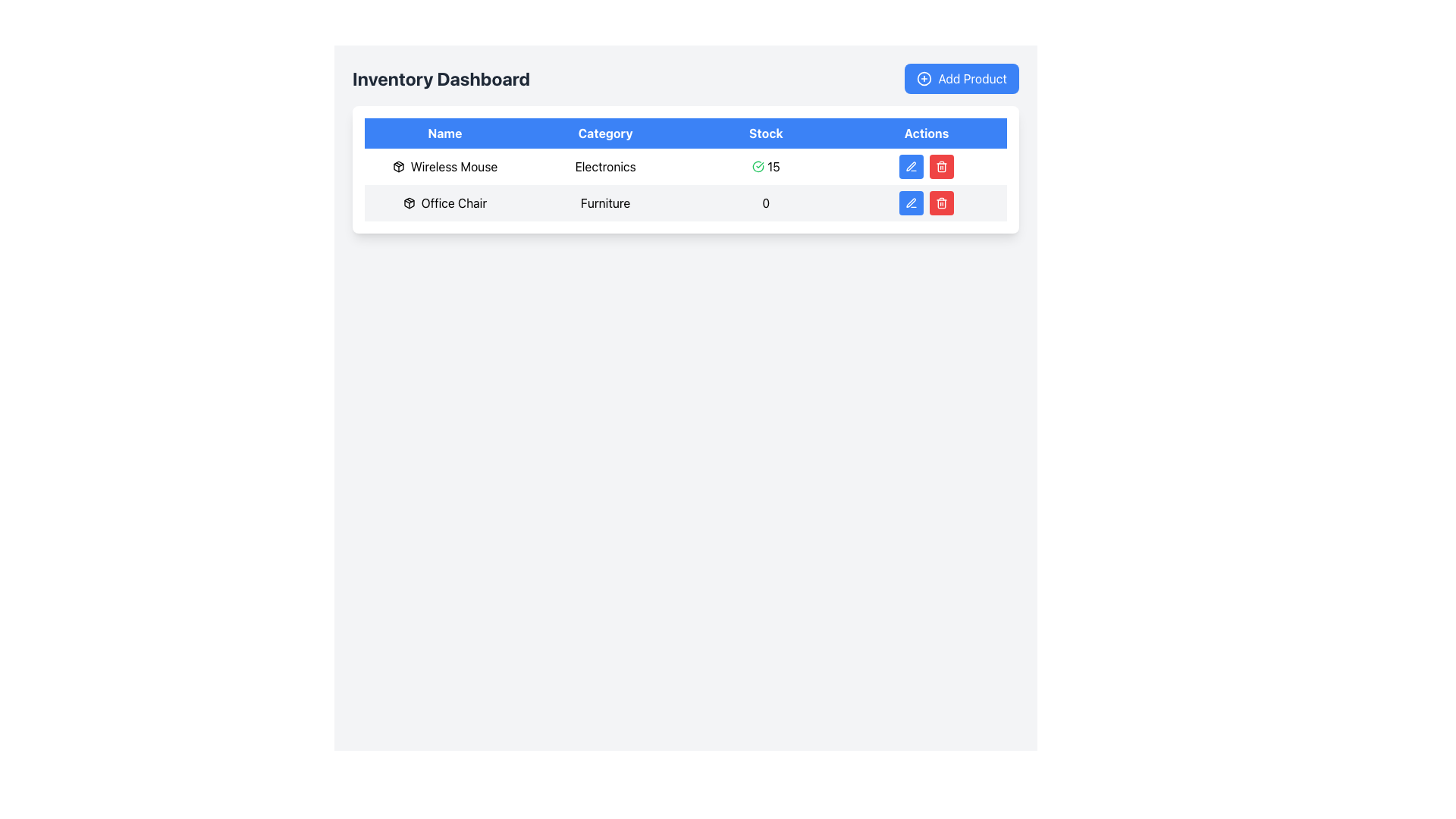 Image resolution: width=1456 pixels, height=819 pixels. Describe the element at coordinates (441, 79) in the screenshot. I see `the header text element indicating the inventory dashboard, which is located towards the upper-left corner of the interface and is horizontally aligned with the 'Add Product' button` at that location.